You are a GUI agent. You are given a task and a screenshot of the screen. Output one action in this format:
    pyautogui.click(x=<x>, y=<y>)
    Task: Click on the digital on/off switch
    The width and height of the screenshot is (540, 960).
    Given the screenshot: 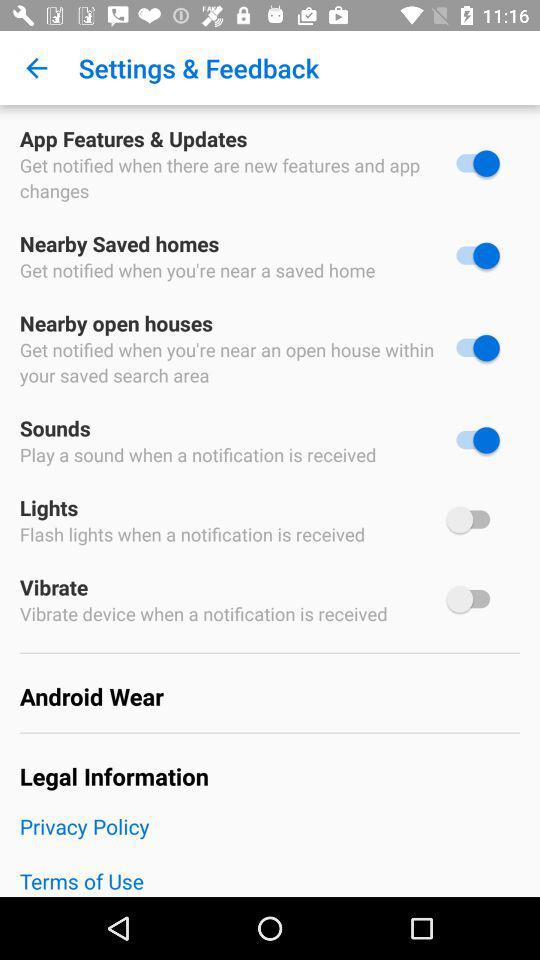 What is the action you would take?
    pyautogui.click(x=472, y=254)
    